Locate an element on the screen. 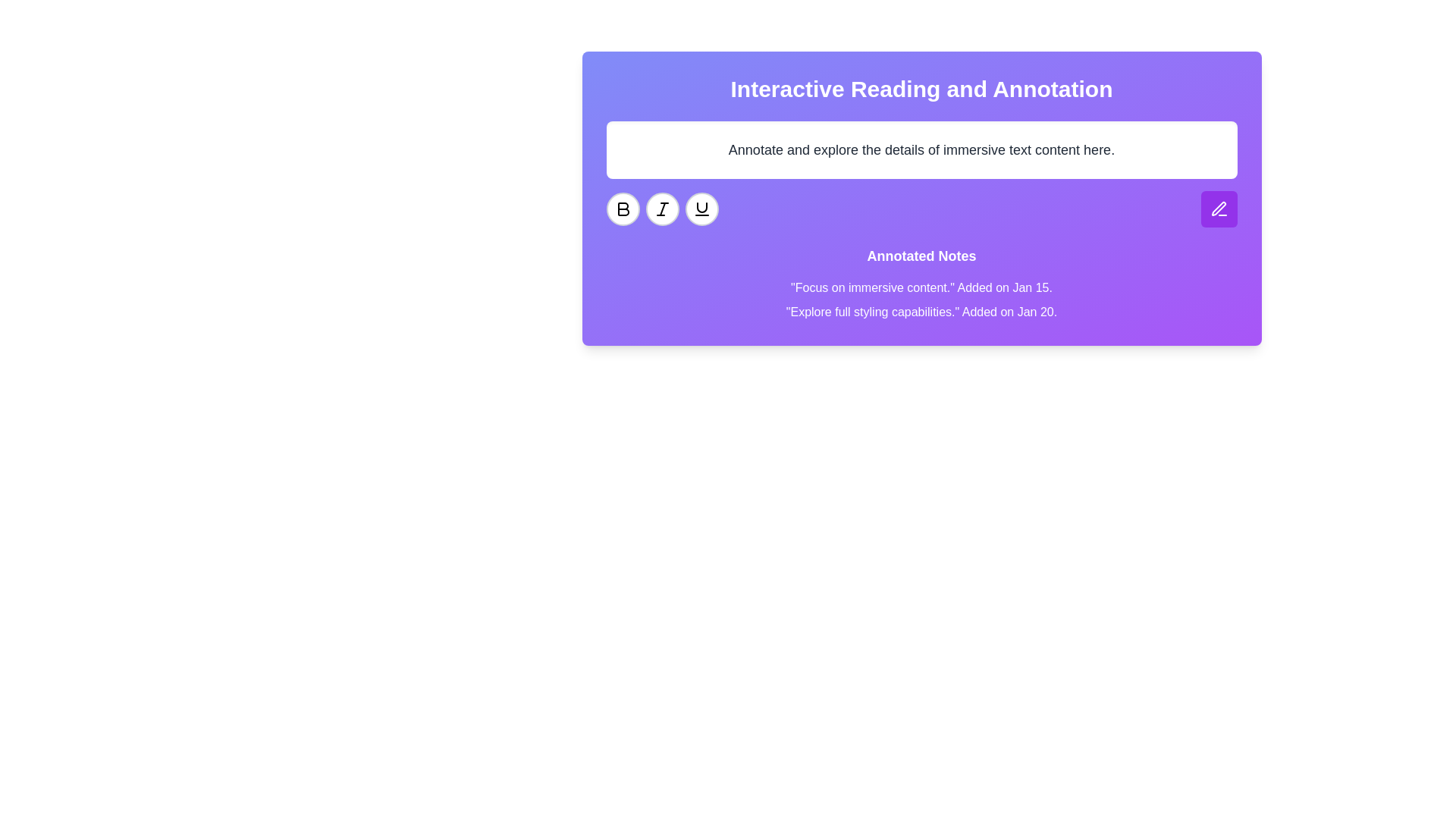 The height and width of the screenshot is (819, 1456). the text label that reads 'Focus on immersive content.' with a white font color against a gradient purple background, located below the 'Annotated Notes' heading is located at coordinates (921, 288).